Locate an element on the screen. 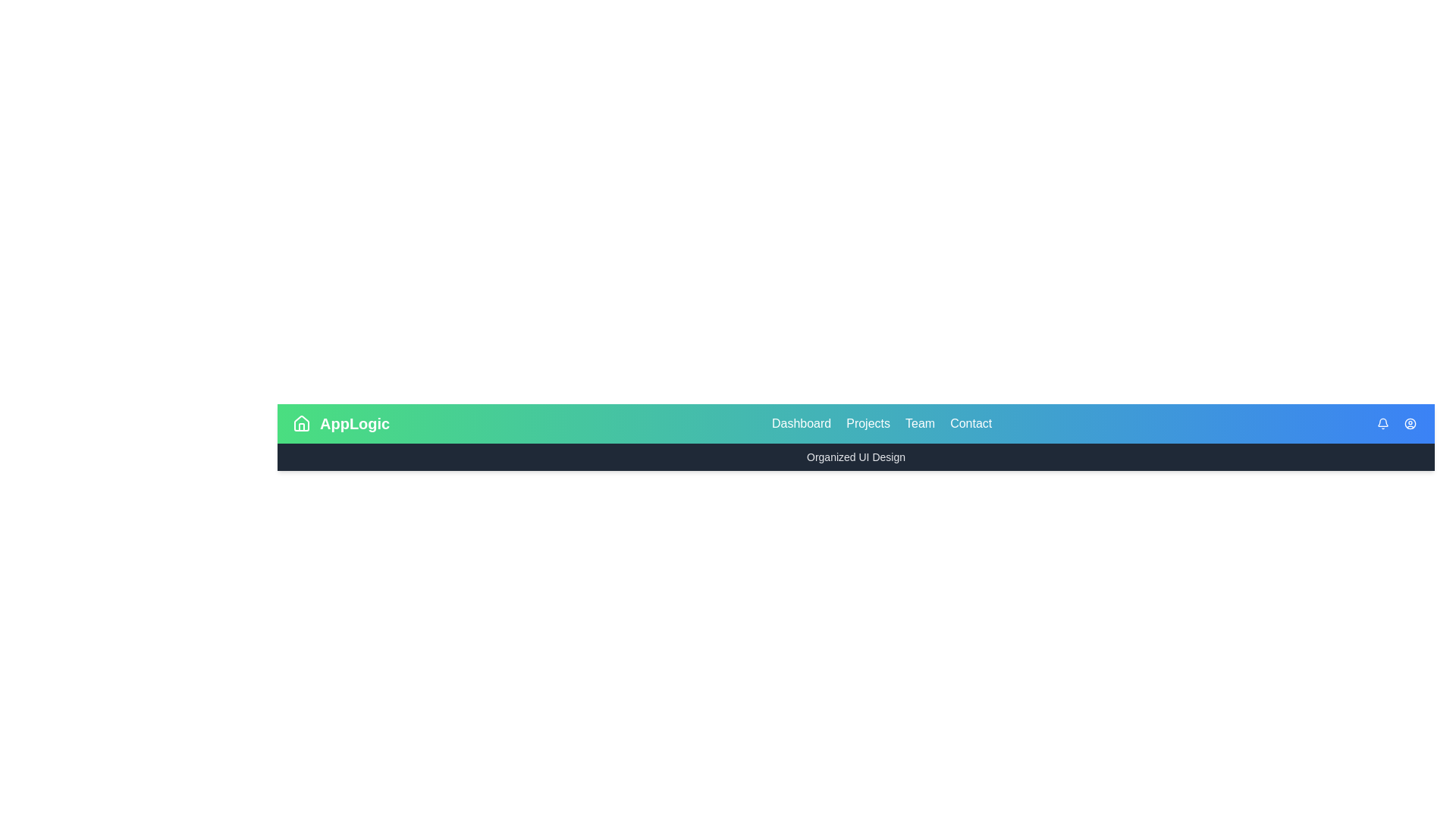 This screenshot has height=819, width=1456. the logo text 'AppLogic' is located at coordinates (353, 424).